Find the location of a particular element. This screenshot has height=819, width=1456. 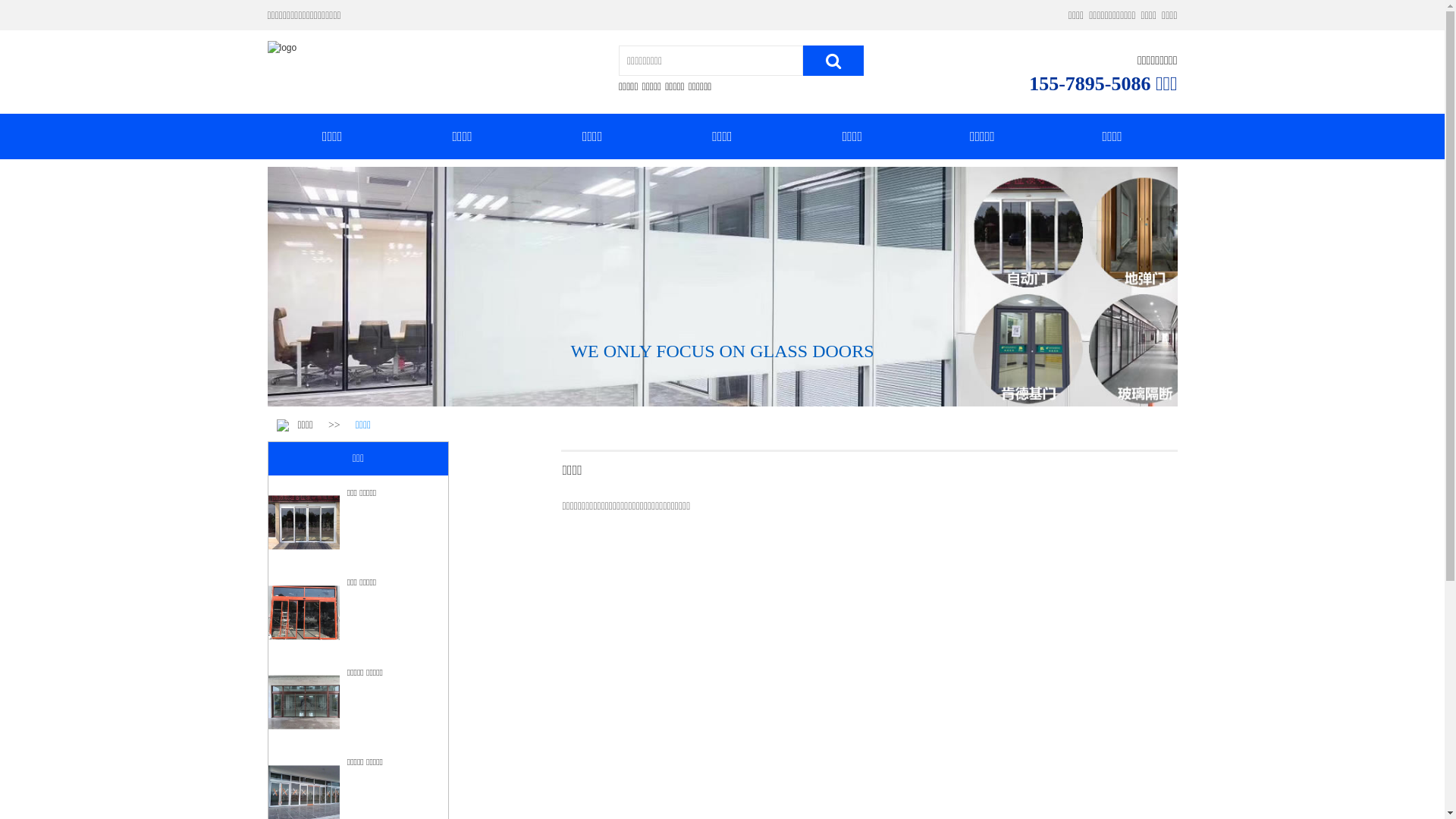

'WE ONLY FOCUS ON GLASS DOORS' is located at coordinates (570, 350).